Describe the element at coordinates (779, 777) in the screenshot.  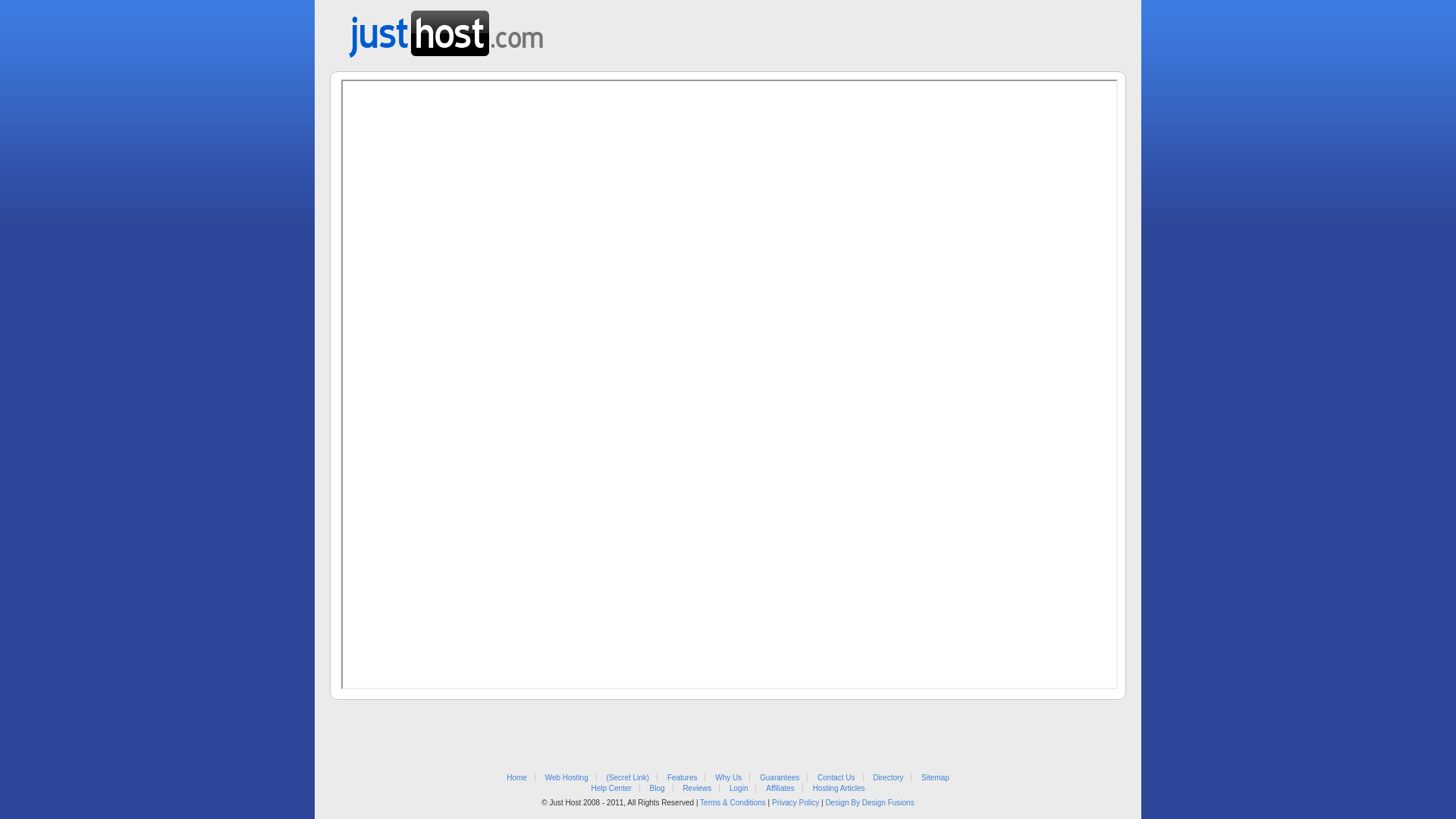
I see `'Guarantees'` at that location.